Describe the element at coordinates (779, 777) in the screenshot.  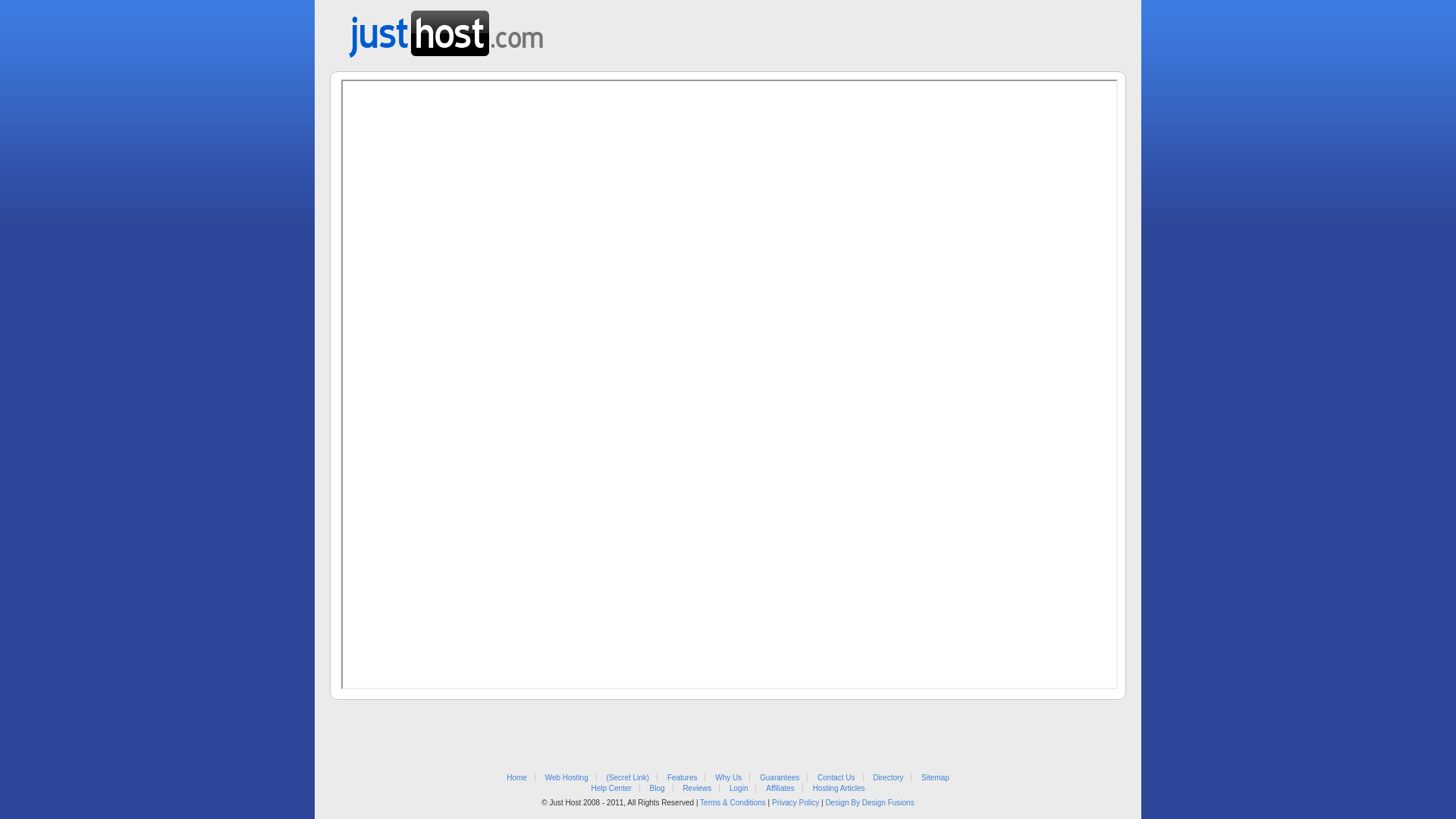
I see `'Guarantees'` at that location.